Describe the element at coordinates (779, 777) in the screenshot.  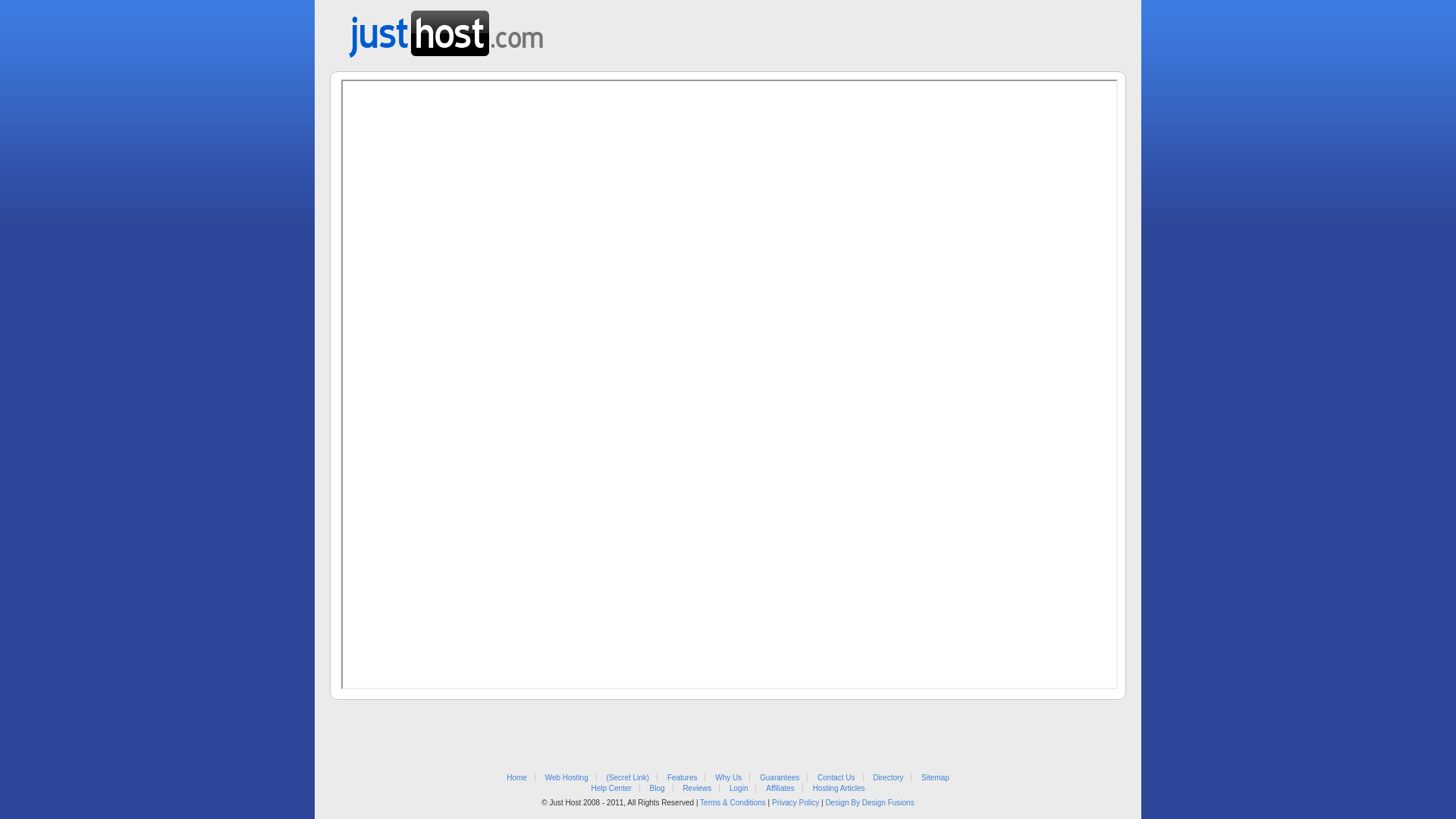
I see `'Guarantees'` at that location.